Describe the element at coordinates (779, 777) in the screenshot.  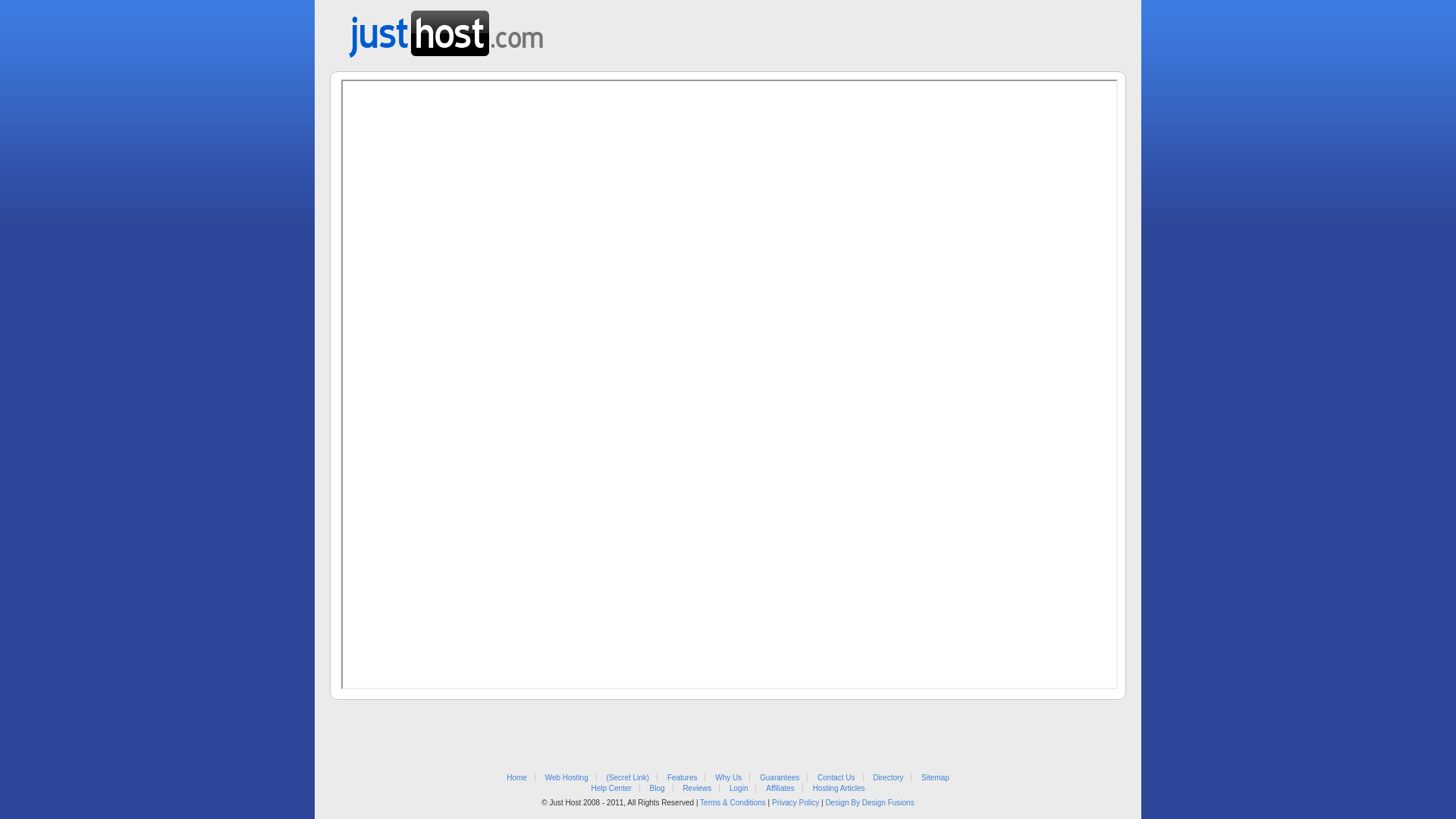
I see `'Guarantees'` at that location.